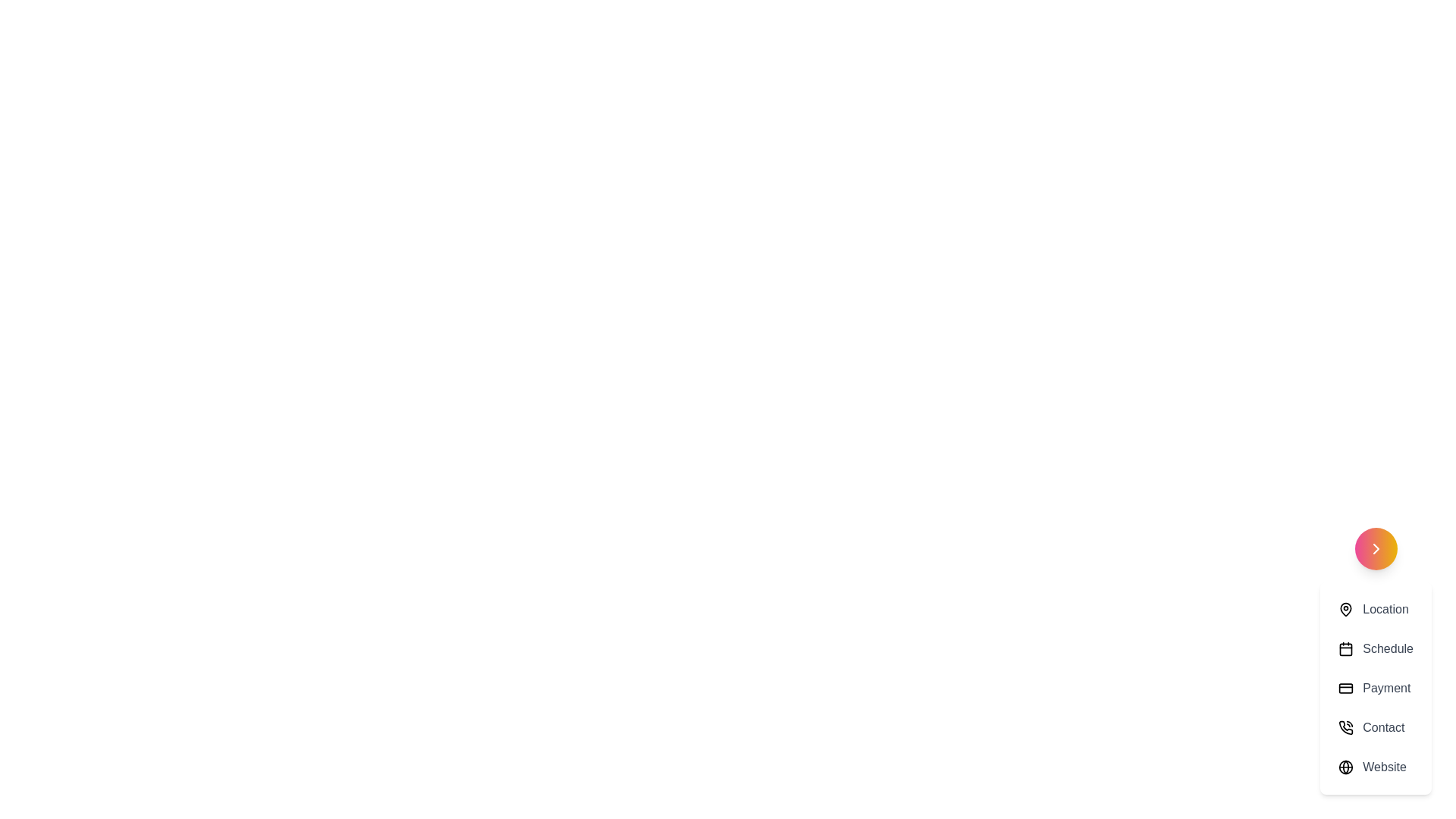 The width and height of the screenshot is (1456, 819). What do you see at coordinates (1376, 688) in the screenshot?
I see `the menu option Payment` at bounding box center [1376, 688].